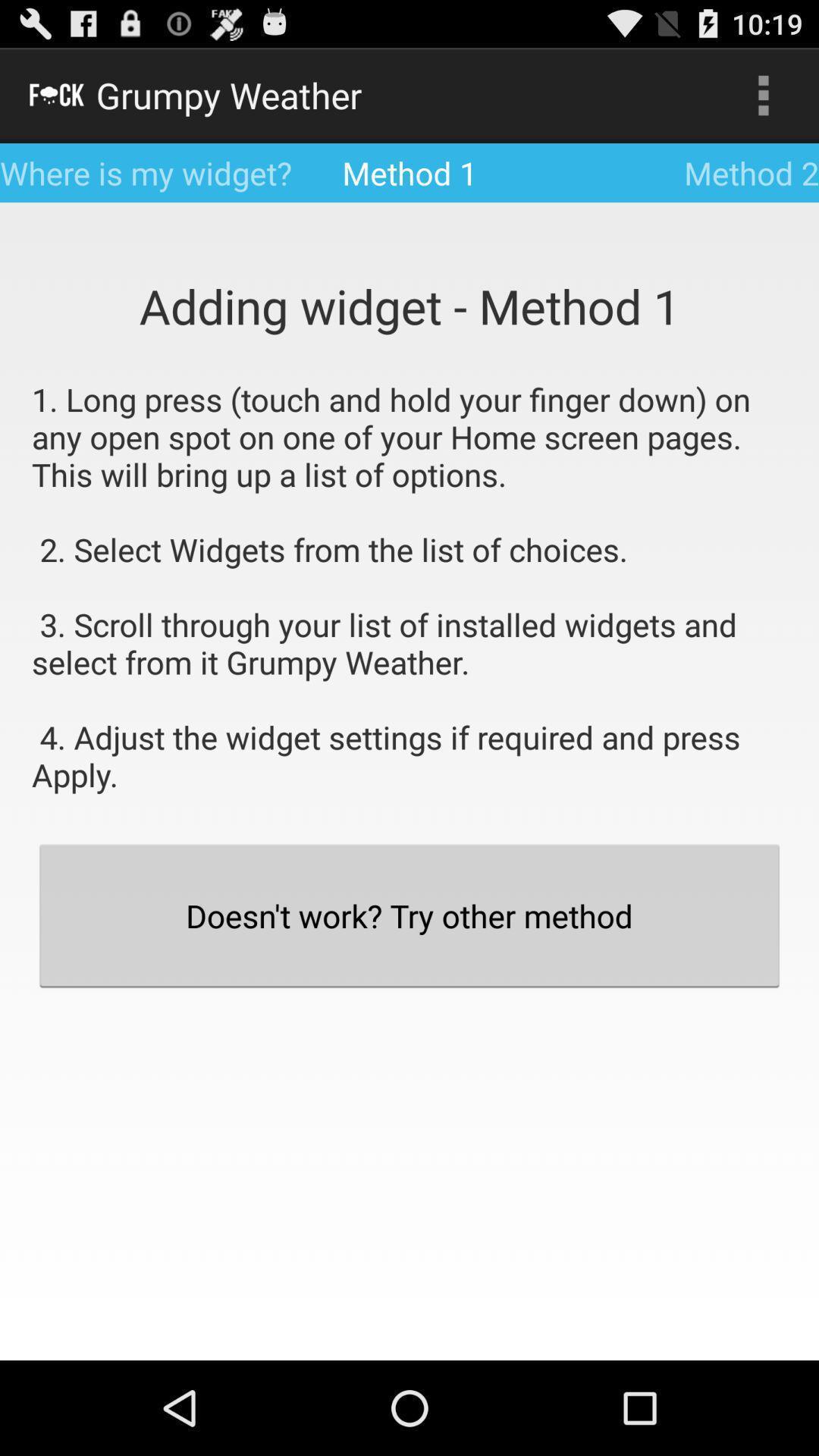  I want to click on doesn t work icon, so click(409, 915).